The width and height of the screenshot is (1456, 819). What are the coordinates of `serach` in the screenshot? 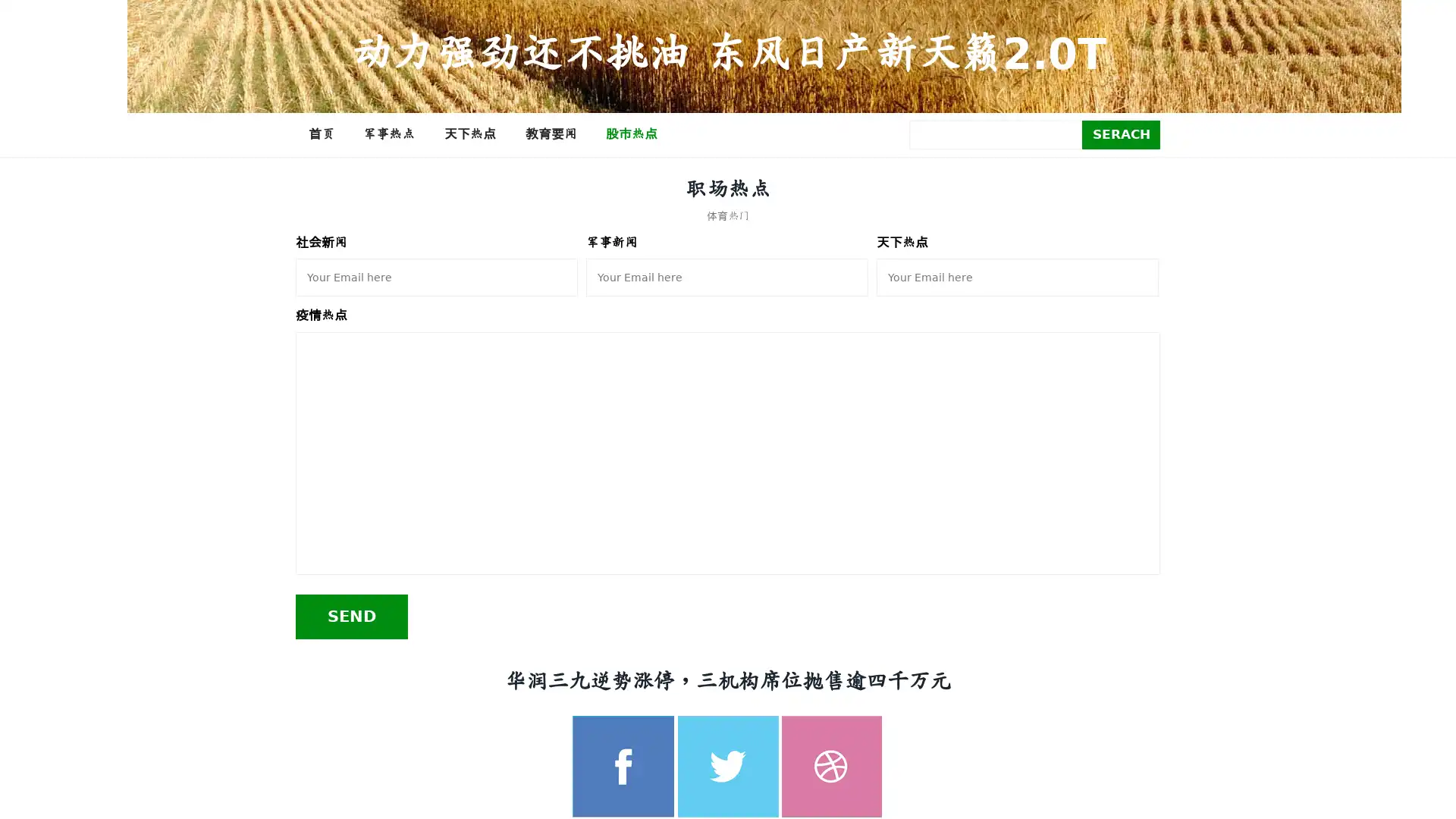 It's located at (1121, 133).